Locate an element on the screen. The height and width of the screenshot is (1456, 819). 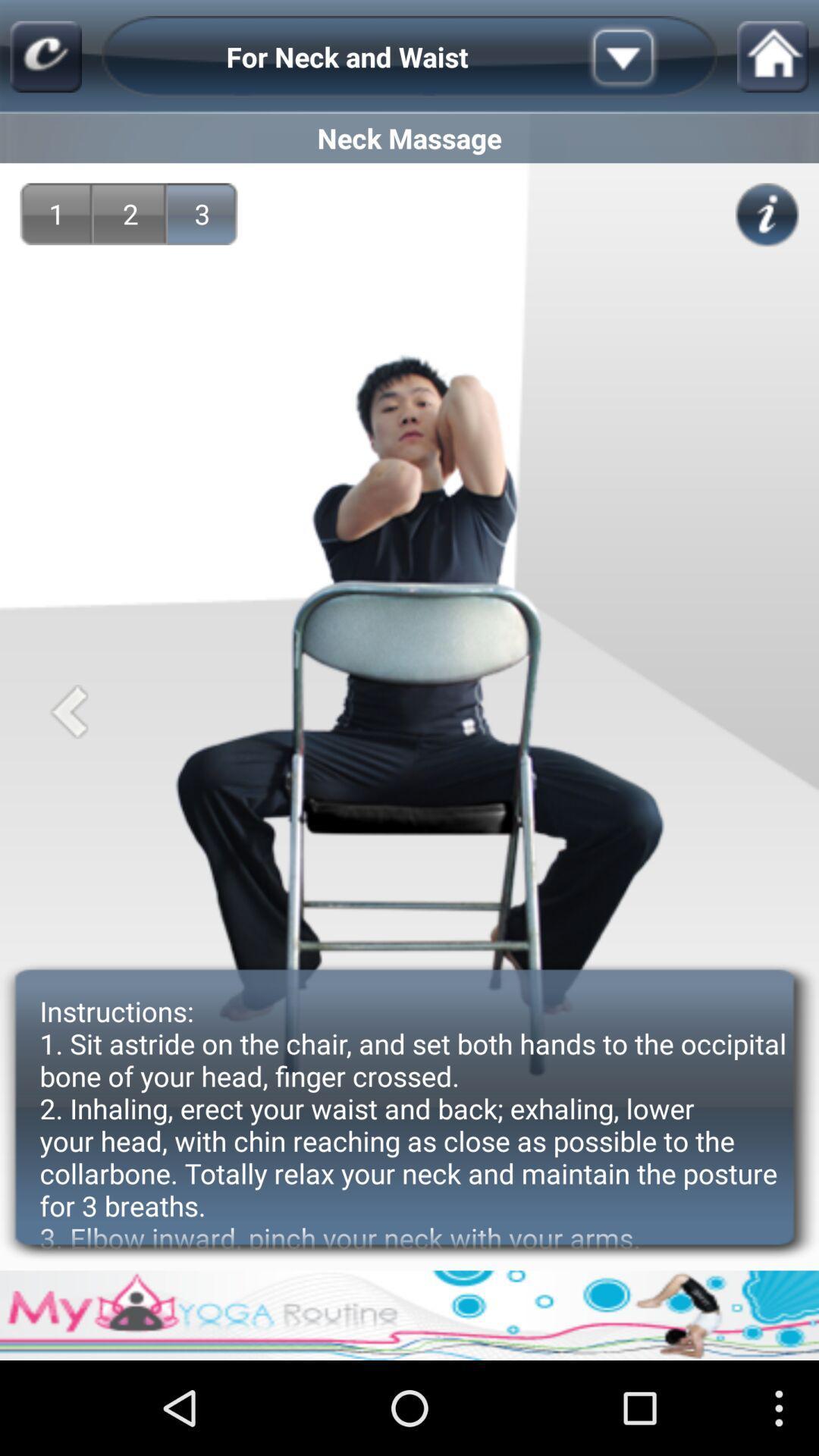
item above the instructions 1 sit is located at coordinates (767, 214).